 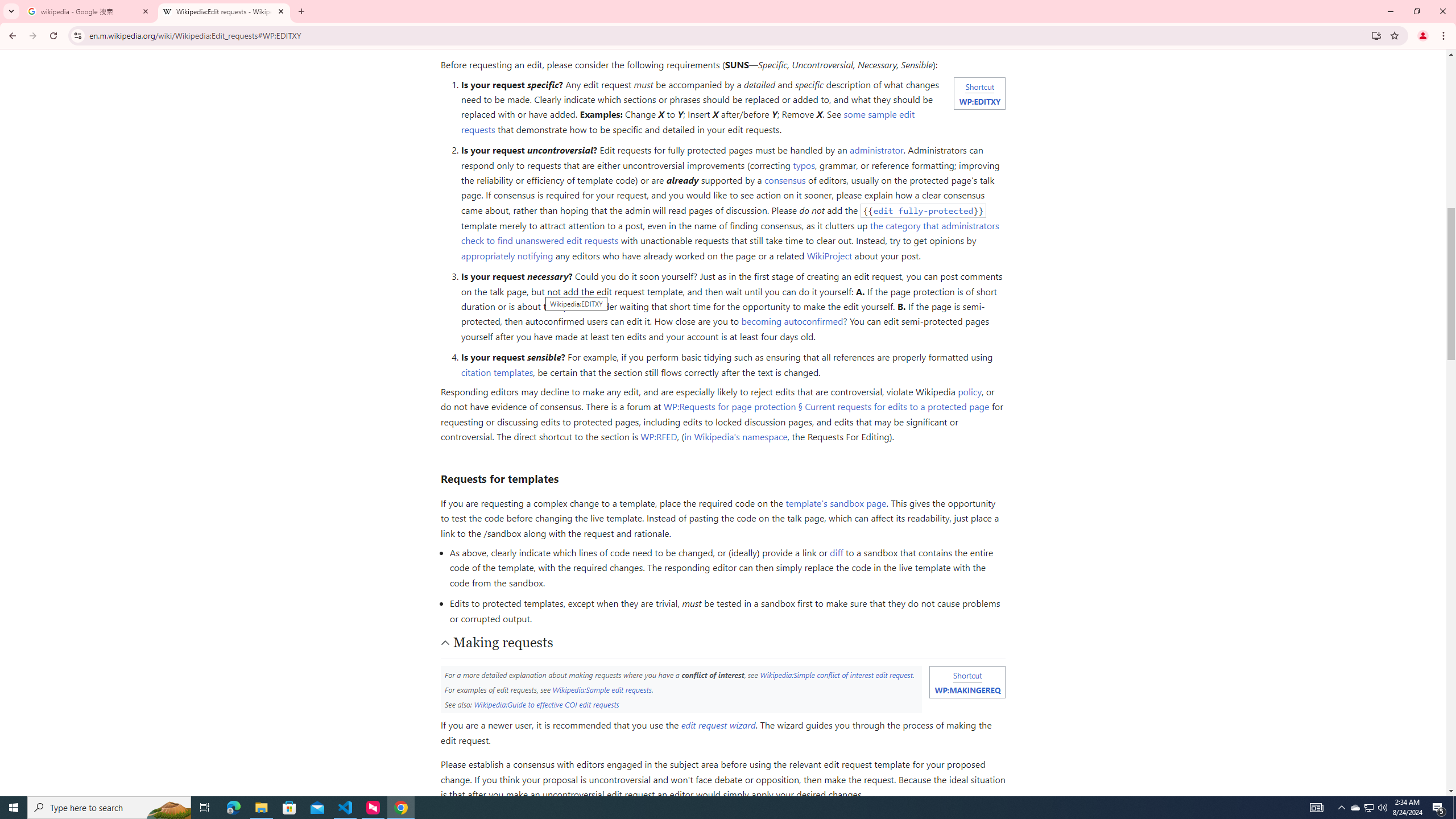 What do you see at coordinates (876, 150) in the screenshot?
I see `'administrator'` at bounding box center [876, 150].